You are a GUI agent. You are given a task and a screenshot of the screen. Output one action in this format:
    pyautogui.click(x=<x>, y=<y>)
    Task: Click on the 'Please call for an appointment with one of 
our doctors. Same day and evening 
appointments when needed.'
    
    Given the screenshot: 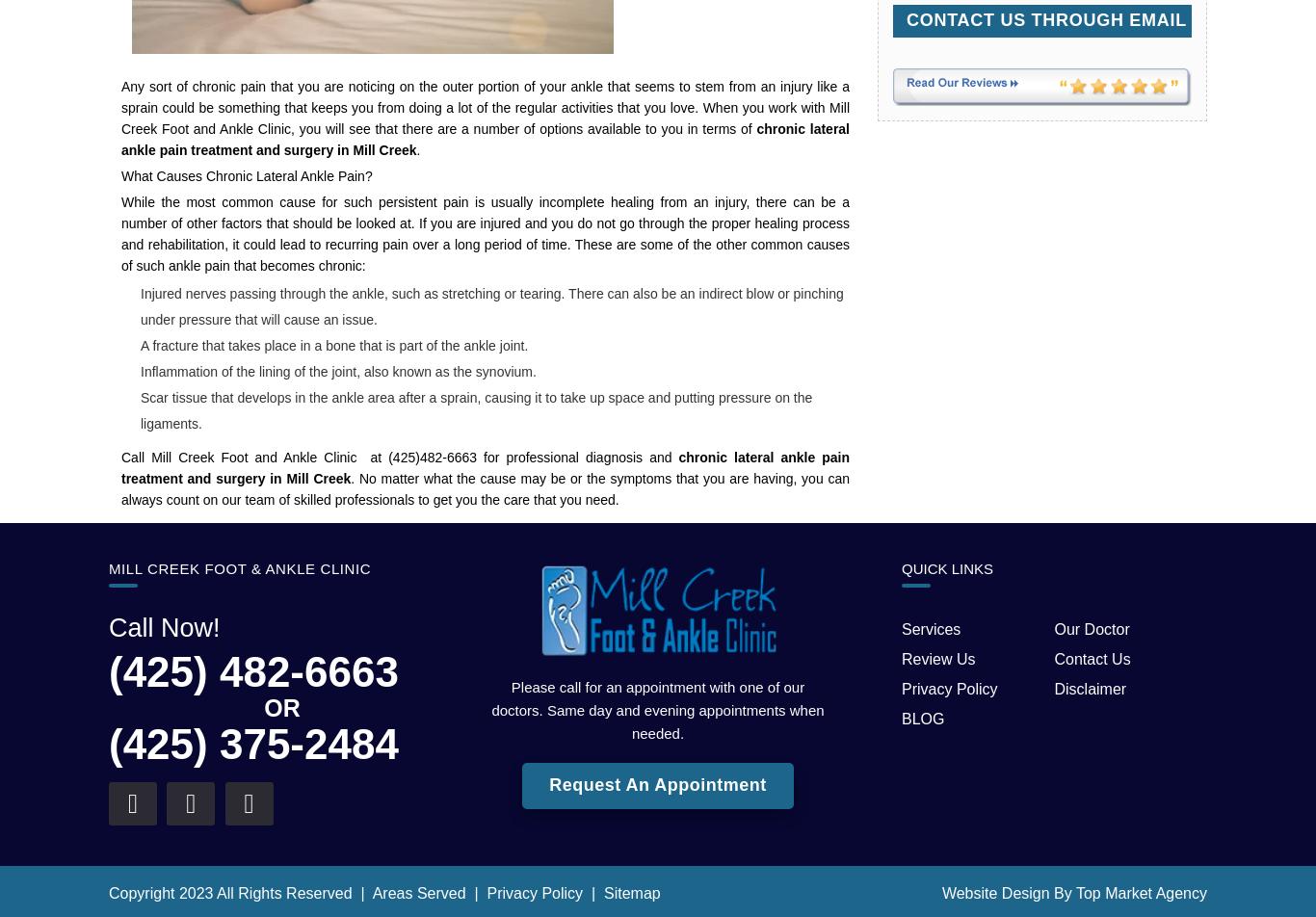 What is the action you would take?
    pyautogui.click(x=656, y=710)
    